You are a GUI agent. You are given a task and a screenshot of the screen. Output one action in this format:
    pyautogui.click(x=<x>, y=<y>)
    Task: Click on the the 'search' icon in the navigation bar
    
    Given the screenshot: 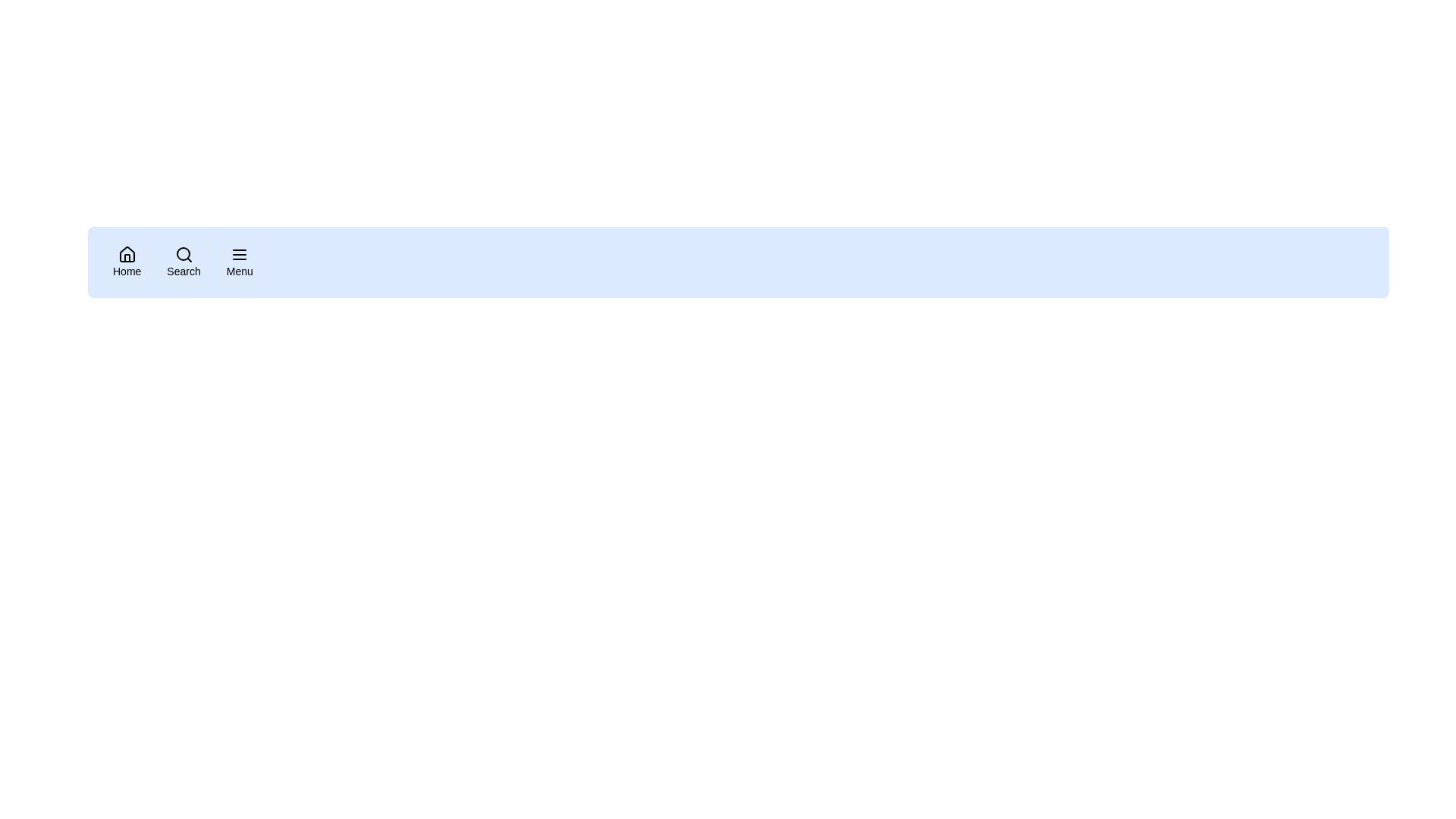 What is the action you would take?
    pyautogui.click(x=183, y=253)
    